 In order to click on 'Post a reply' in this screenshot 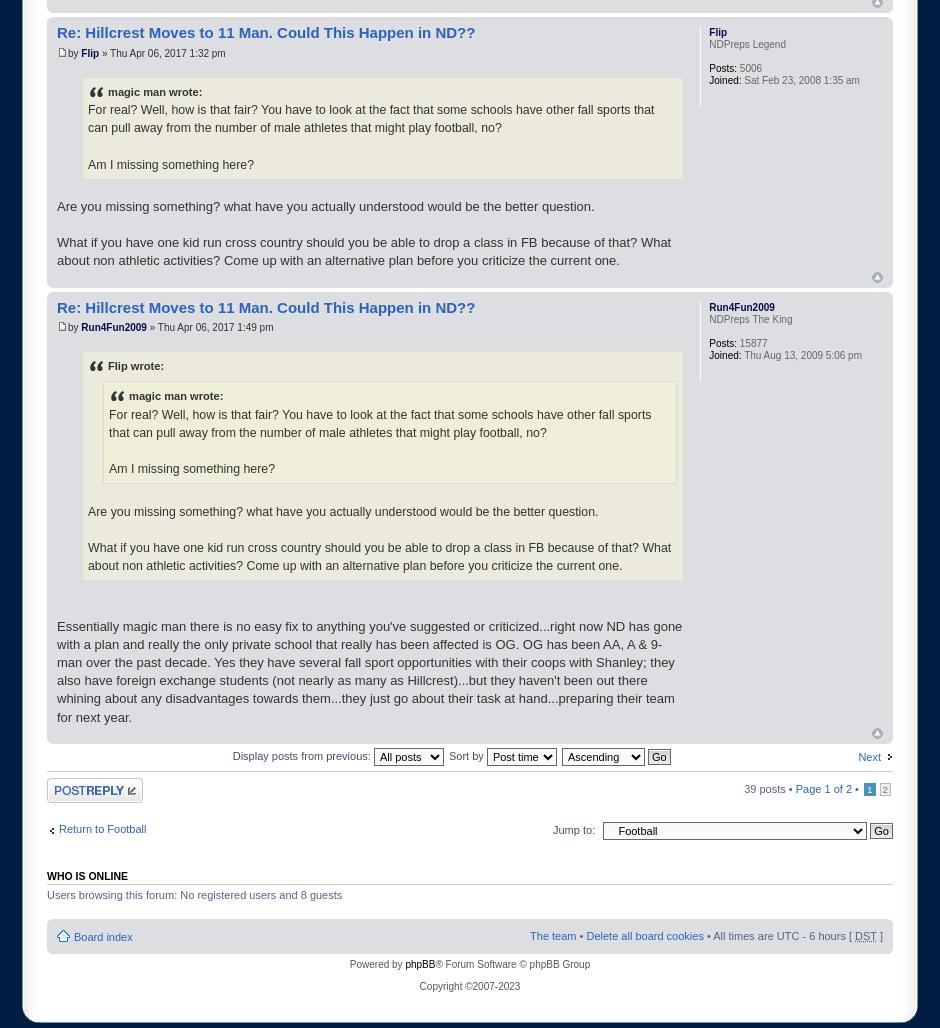, I will do `click(75, 783)`.